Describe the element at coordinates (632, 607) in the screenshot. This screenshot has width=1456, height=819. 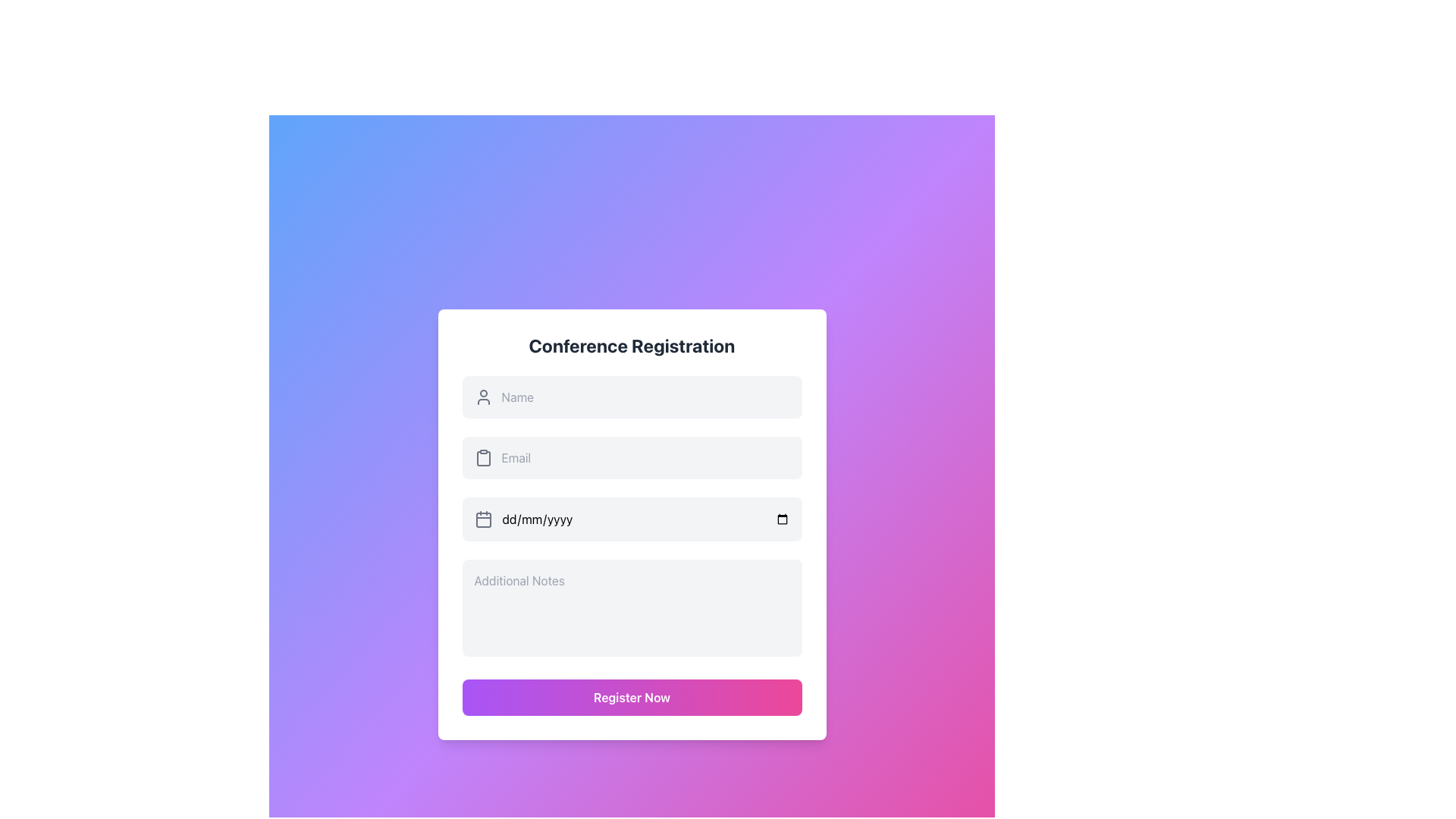
I see `the text within the text area input field located beneath the date selection input in the Conference Registration form` at that location.